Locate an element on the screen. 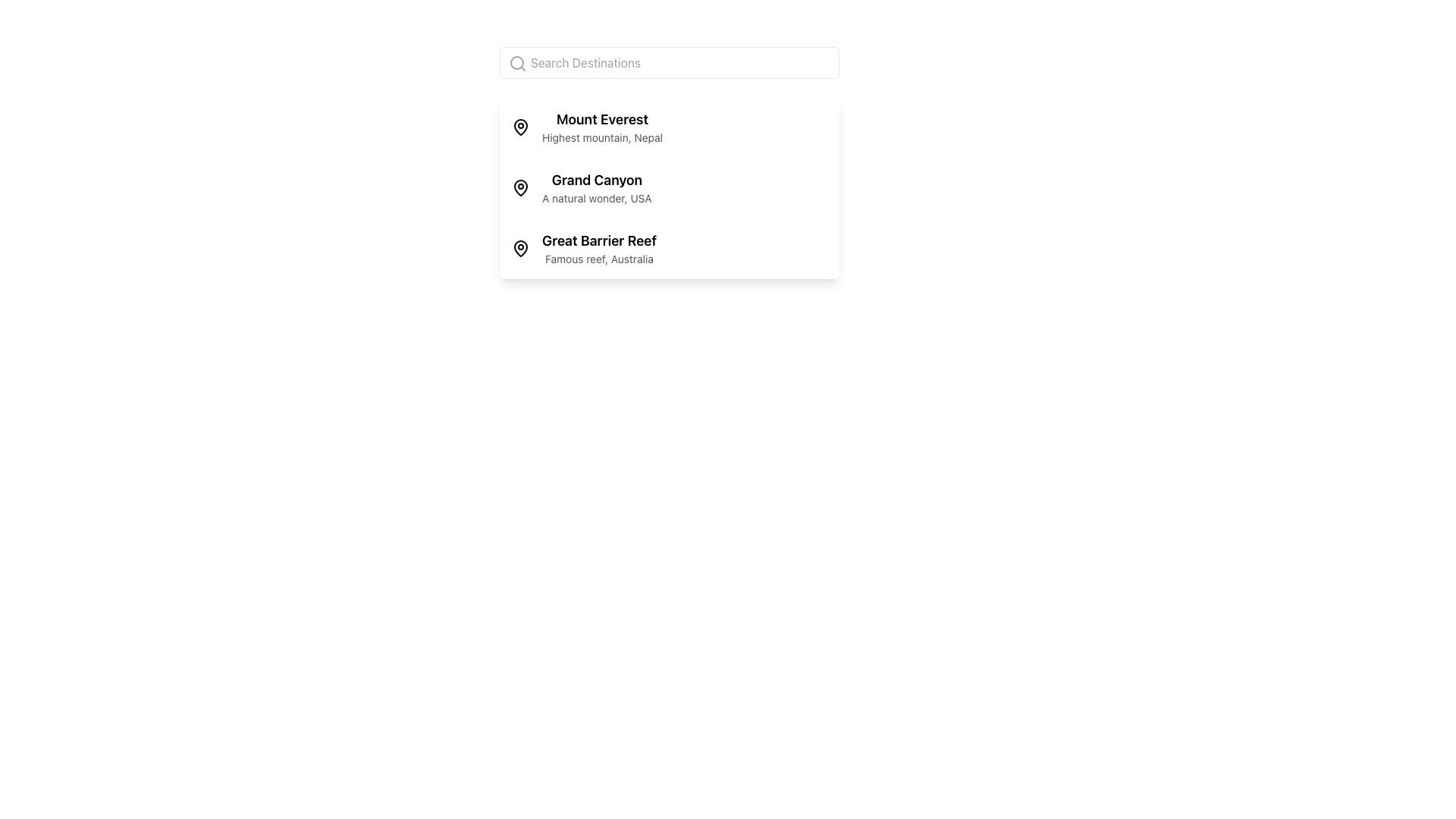  text 'Mount Everest' which is styled in bold and larger font, located at the top of a description block above 'Highest mountain, Nepal' is located at coordinates (601, 119).